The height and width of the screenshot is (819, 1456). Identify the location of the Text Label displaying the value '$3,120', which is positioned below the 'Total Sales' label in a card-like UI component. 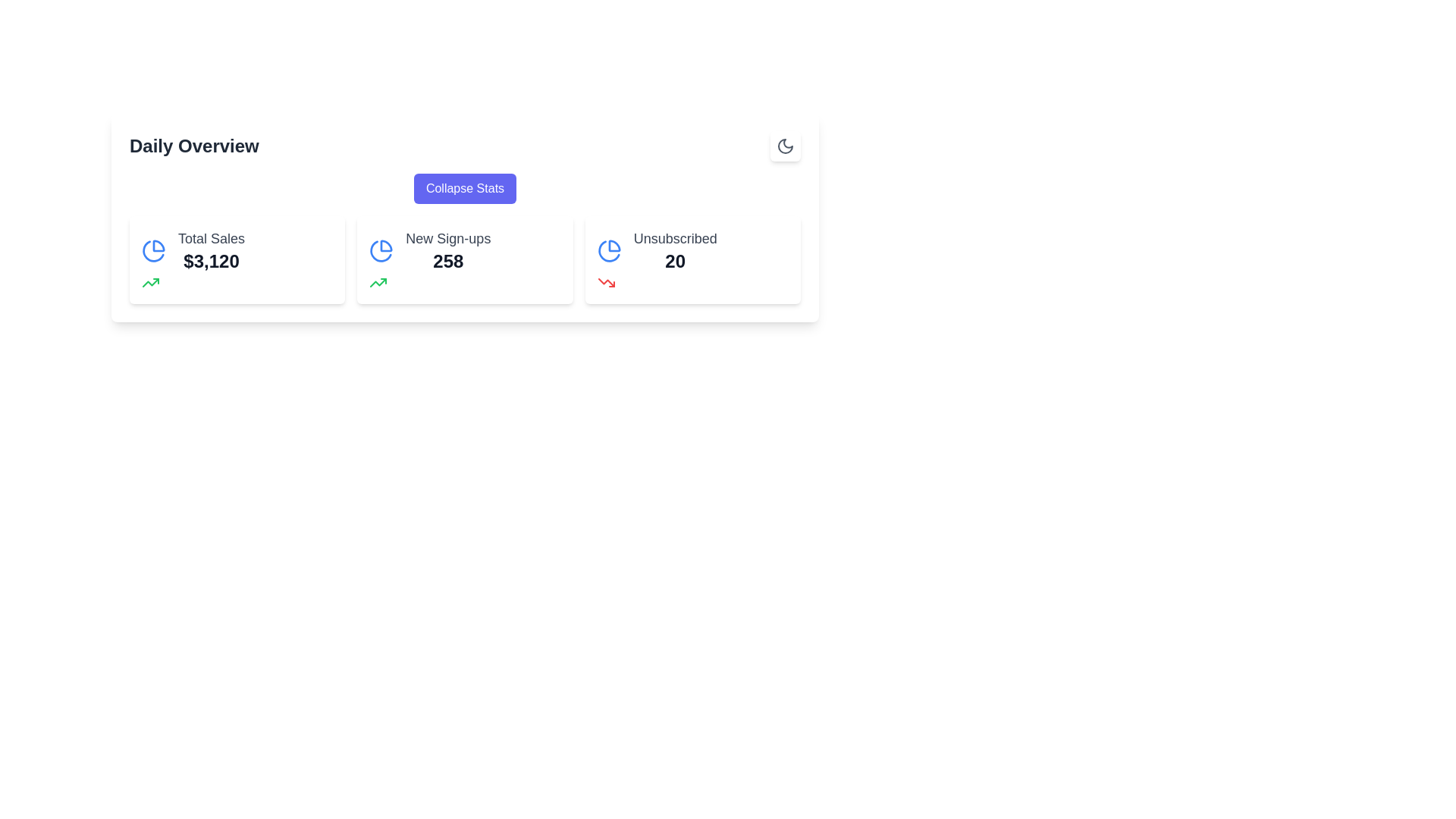
(210, 260).